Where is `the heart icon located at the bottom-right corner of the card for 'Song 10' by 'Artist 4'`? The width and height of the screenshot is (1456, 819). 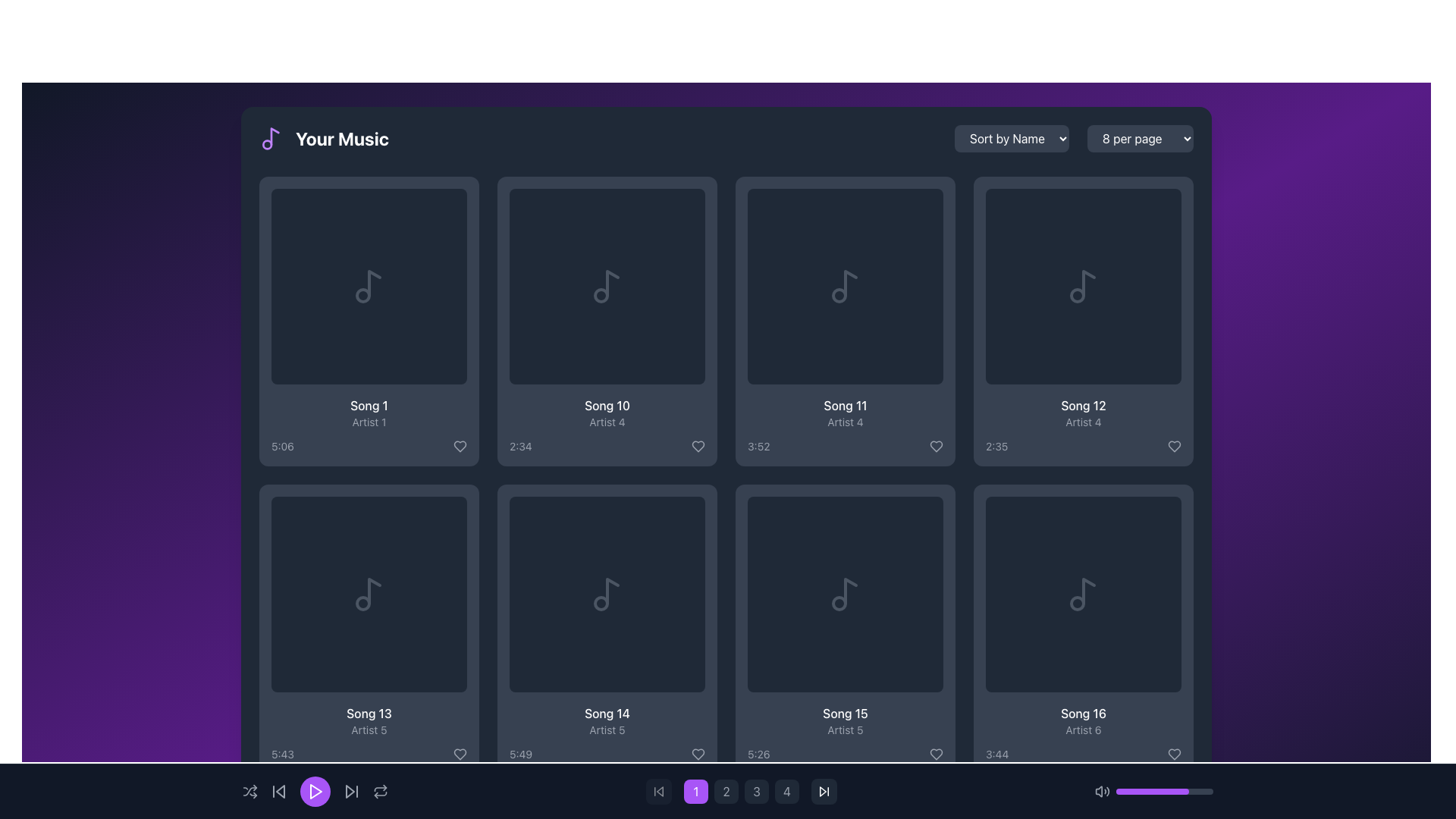
the heart icon located at the bottom-right corner of the card for 'Song 10' by 'Artist 4' is located at coordinates (698, 446).